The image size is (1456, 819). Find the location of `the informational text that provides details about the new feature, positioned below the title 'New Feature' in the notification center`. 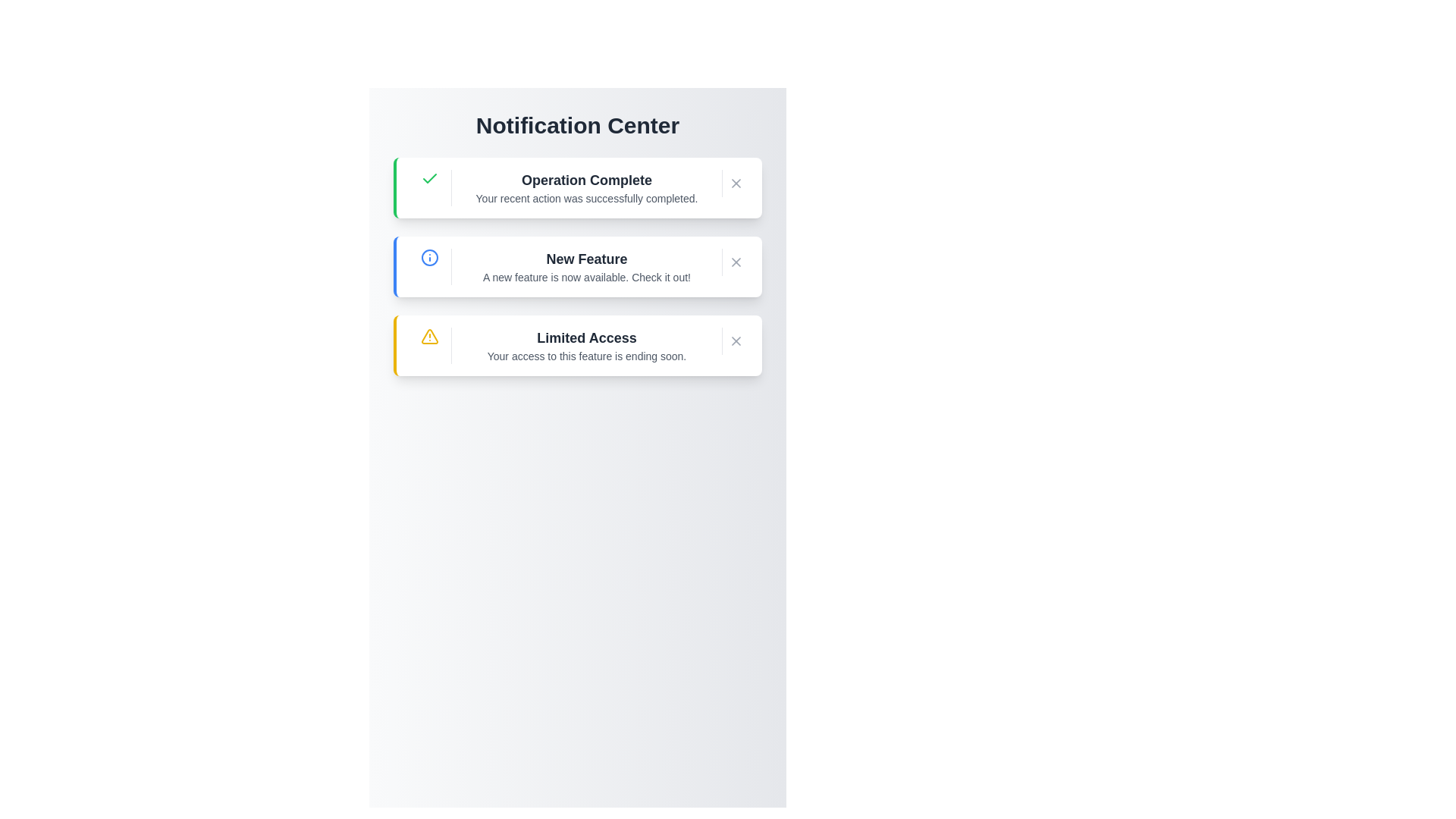

the informational text that provides details about the new feature, positioned below the title 'New Feature' in the notification center is located at coordinates (585, 278).